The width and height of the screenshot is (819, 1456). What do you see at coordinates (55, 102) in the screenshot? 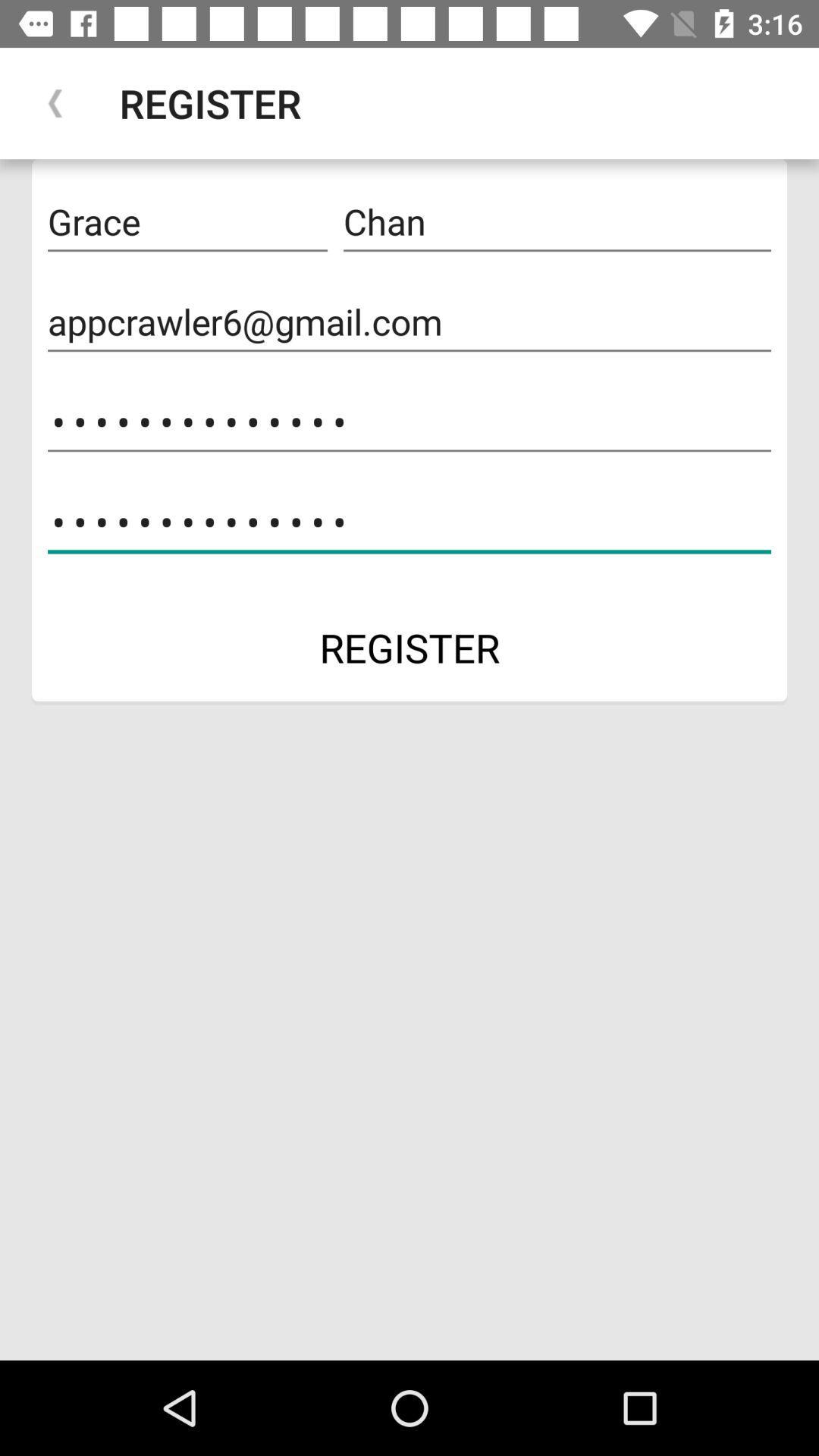
I see `the icon next to the register icon` at bounding box center [55, 102].